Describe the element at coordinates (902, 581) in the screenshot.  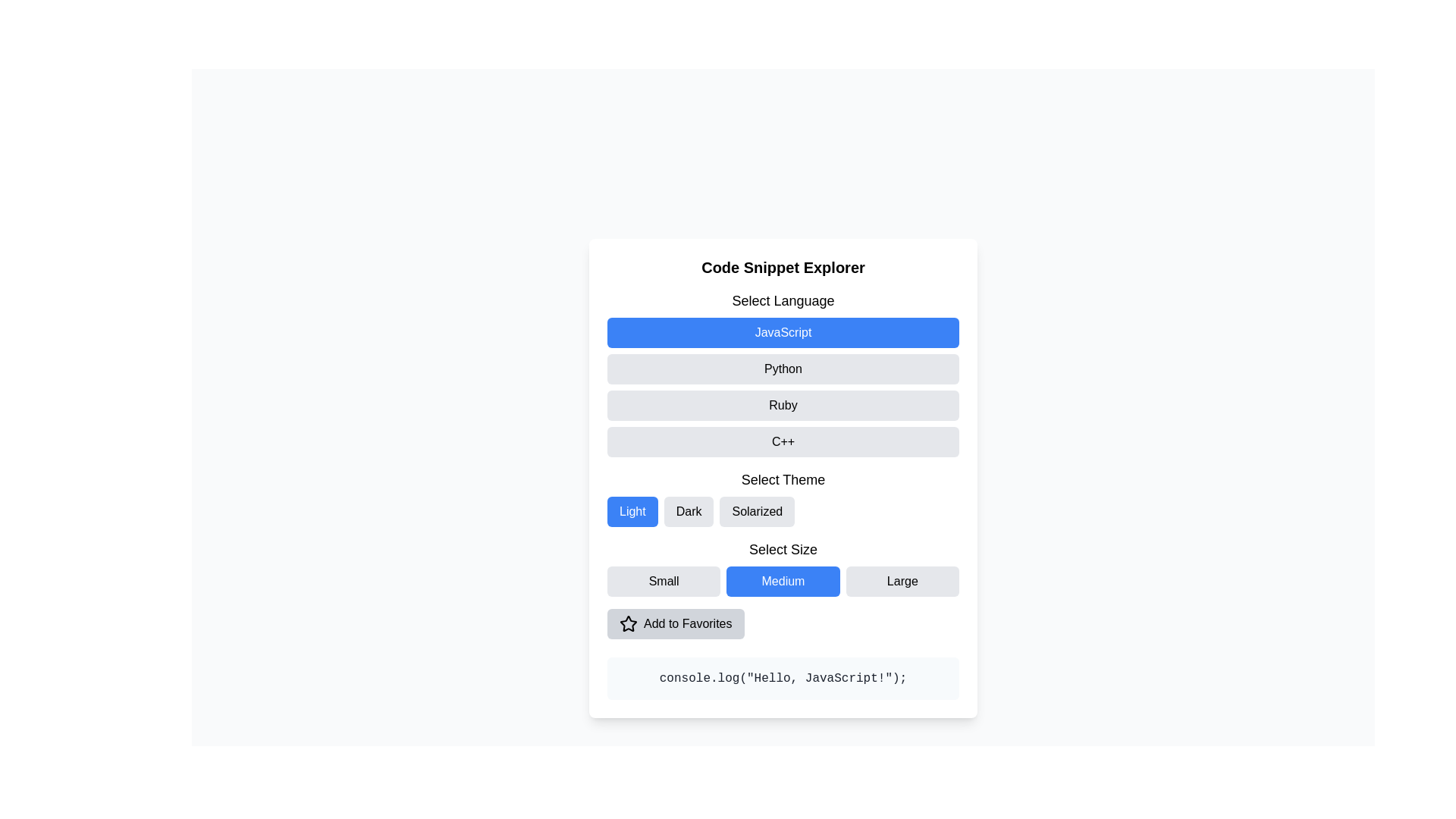
I see `the 'Large' button with a light gray background and rounded corners` at that location.